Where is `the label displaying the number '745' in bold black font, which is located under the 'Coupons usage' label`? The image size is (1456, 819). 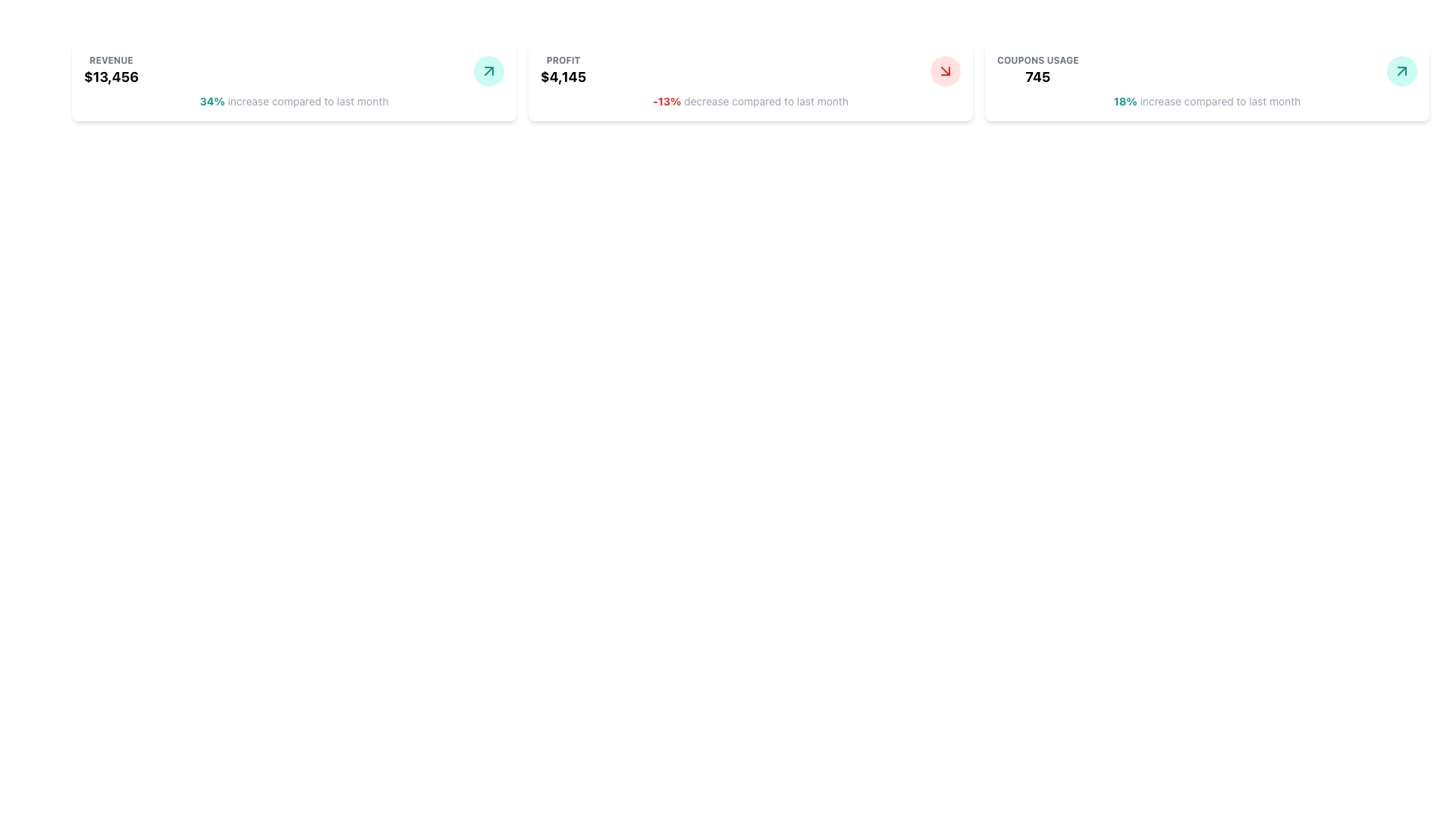
the label displaying the number '745' in bold black font, which is located under the 'Coupons usage' label is located at coordinates (1037, 77).